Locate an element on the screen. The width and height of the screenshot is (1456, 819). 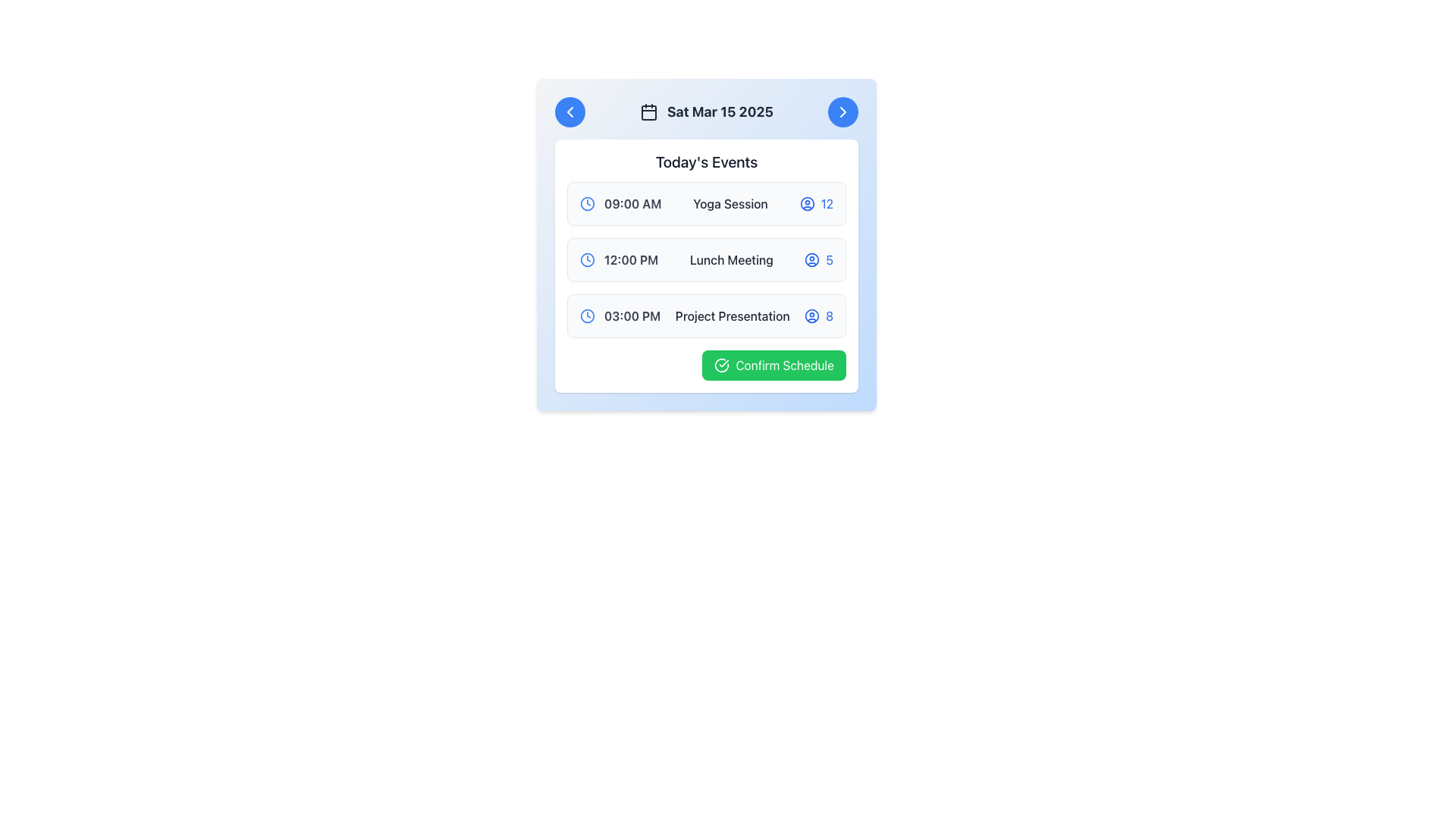
the text display element located is located at coordinates (632, 203).